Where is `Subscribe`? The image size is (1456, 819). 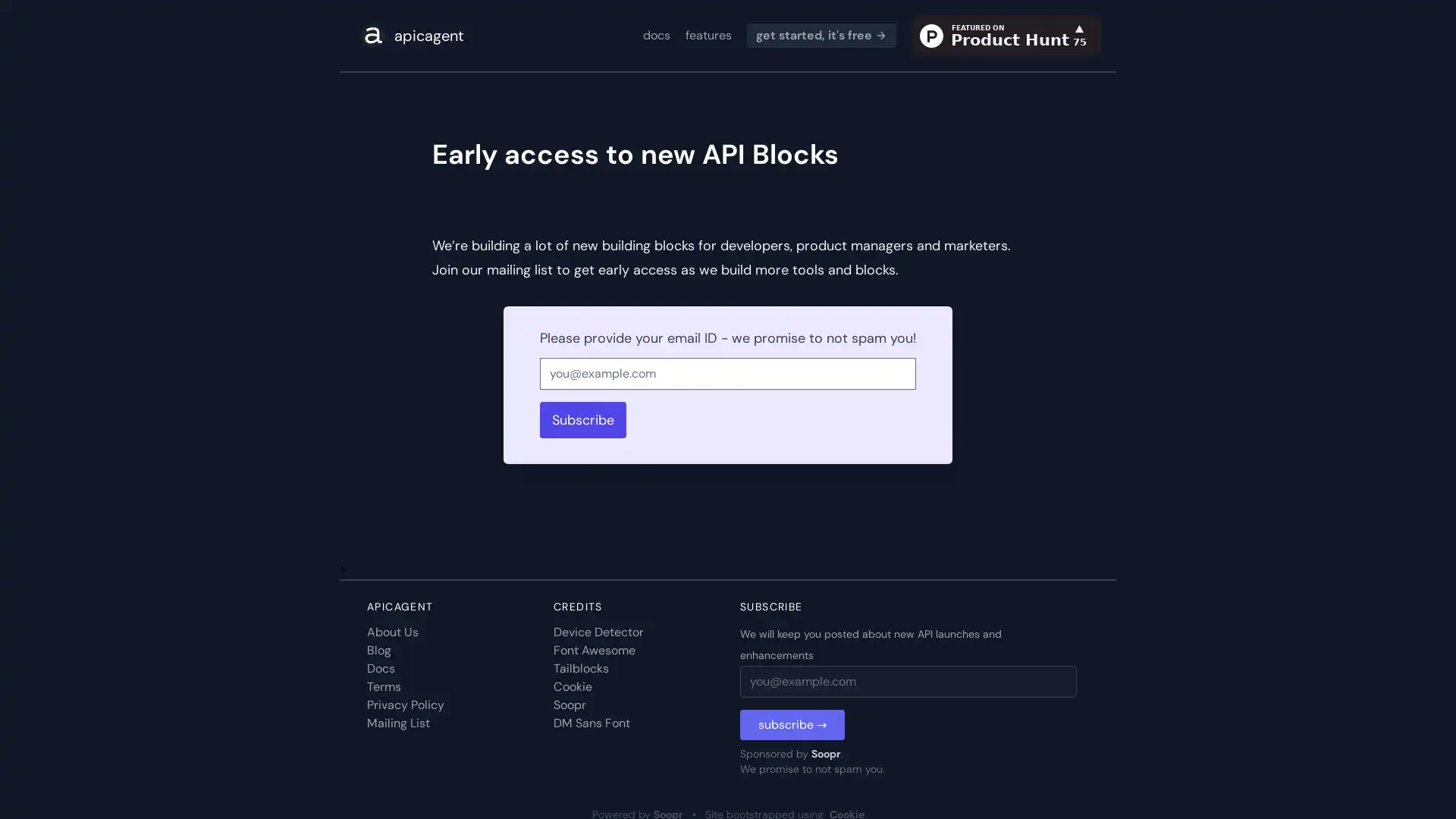 Subscribe is located at coordinates (582, 420).